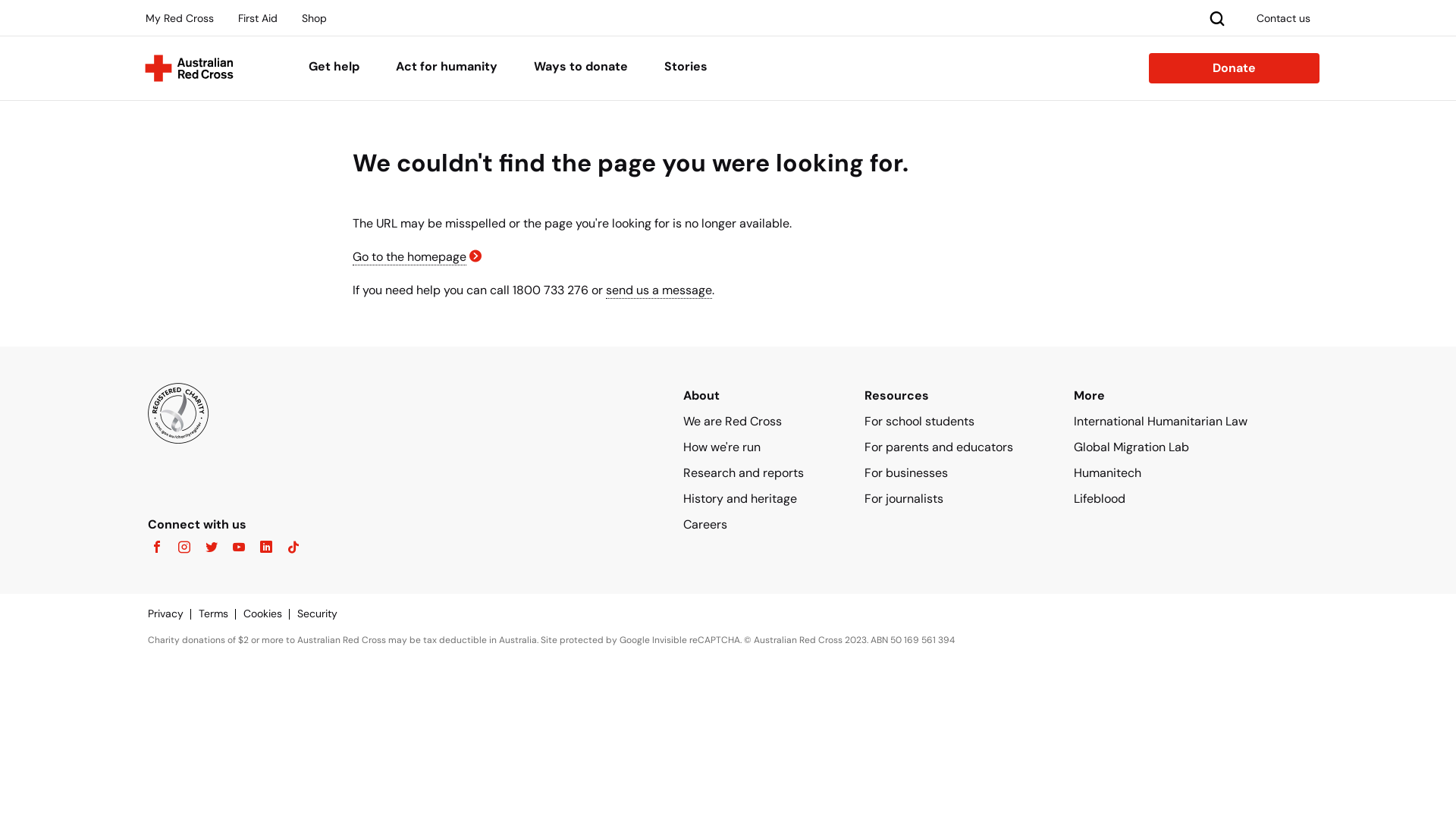  Describe the element at coordinates (1234, 67) in the screenshot. I see `'Donate'` at that location.